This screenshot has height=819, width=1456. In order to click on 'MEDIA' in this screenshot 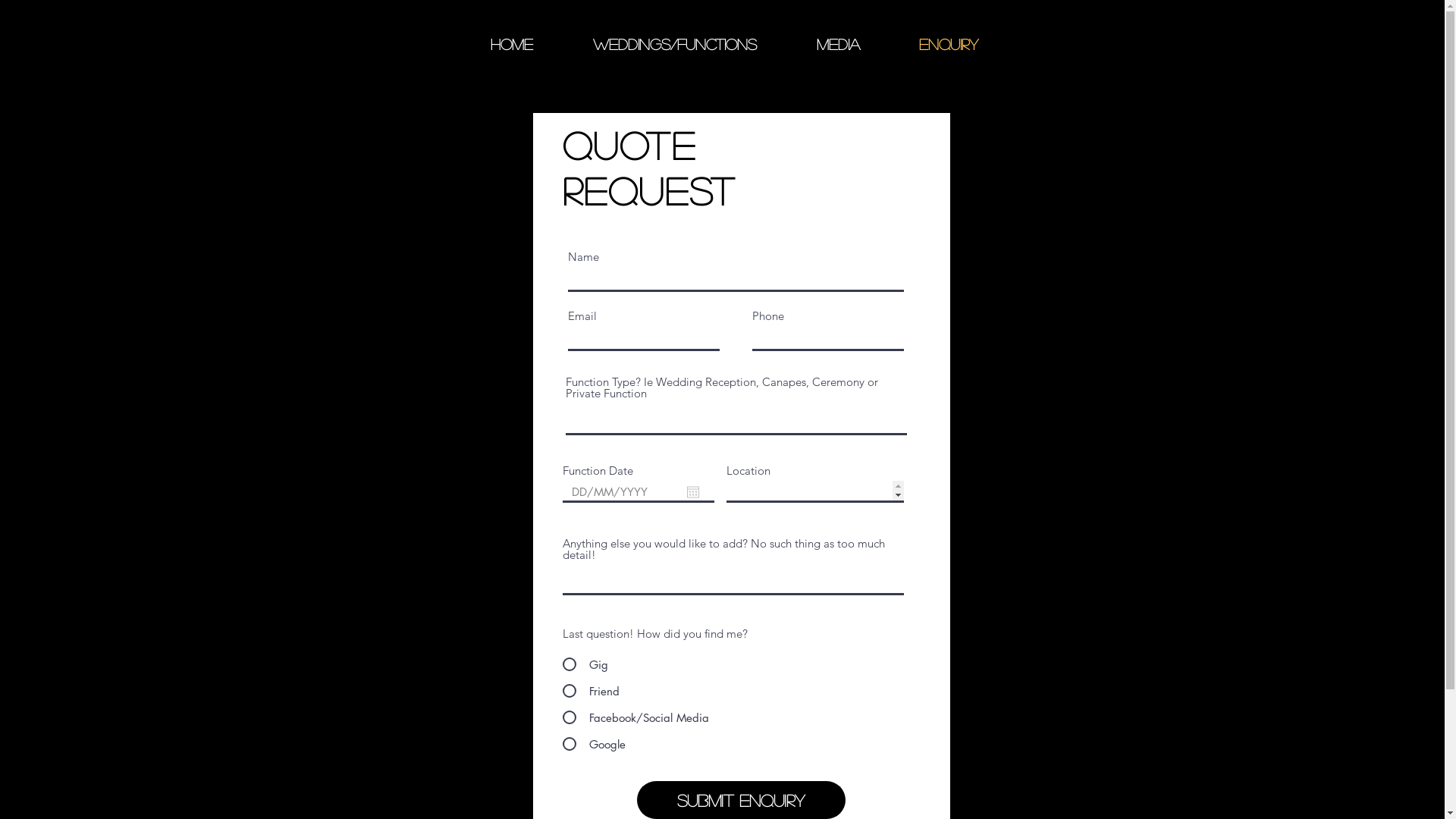, I will do `click(786, 42)`.